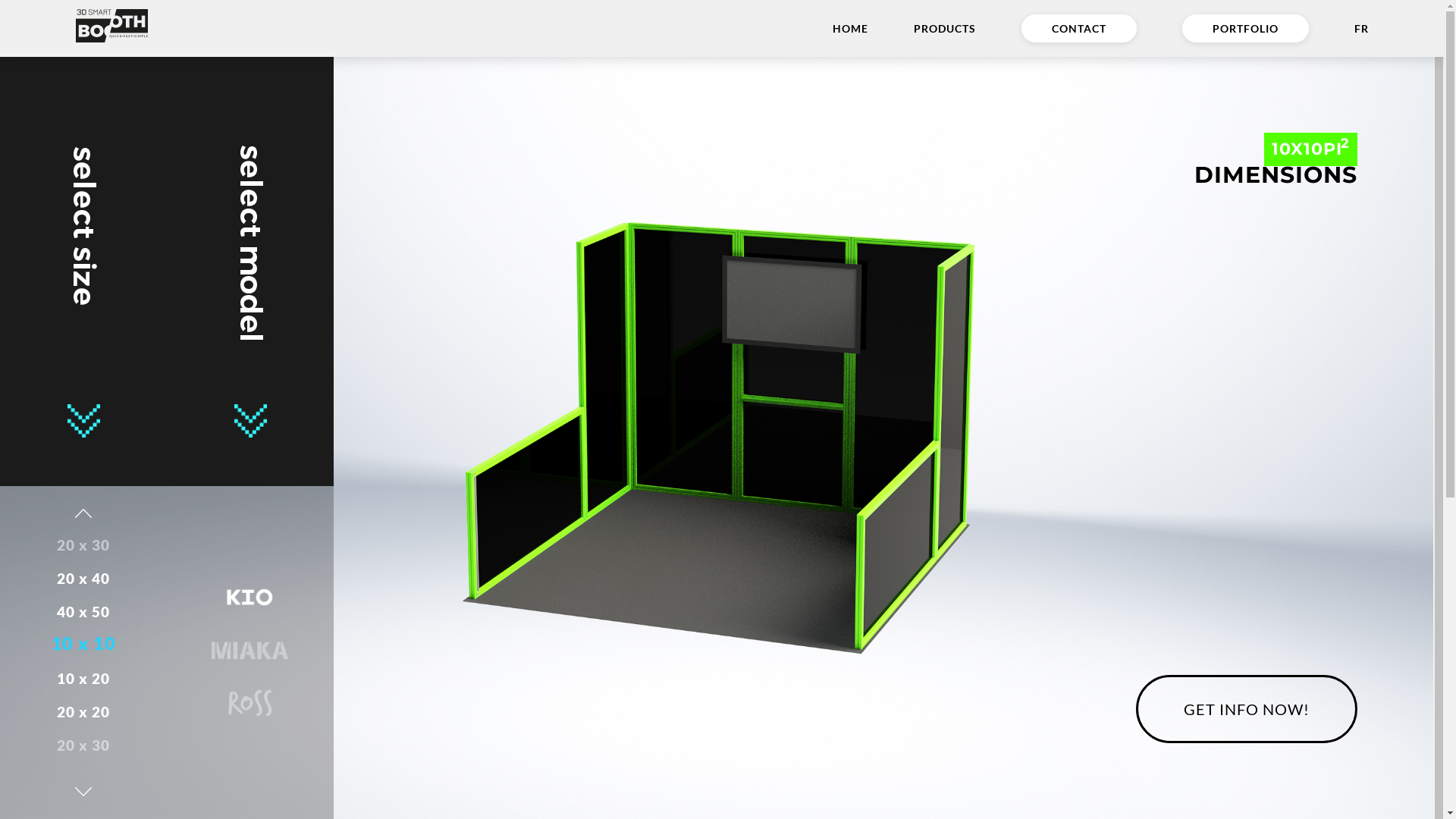  What do you see at coordinates (1361, 28) in the screenshot?
I see `'FR'` at bounding box center [1361, 28].